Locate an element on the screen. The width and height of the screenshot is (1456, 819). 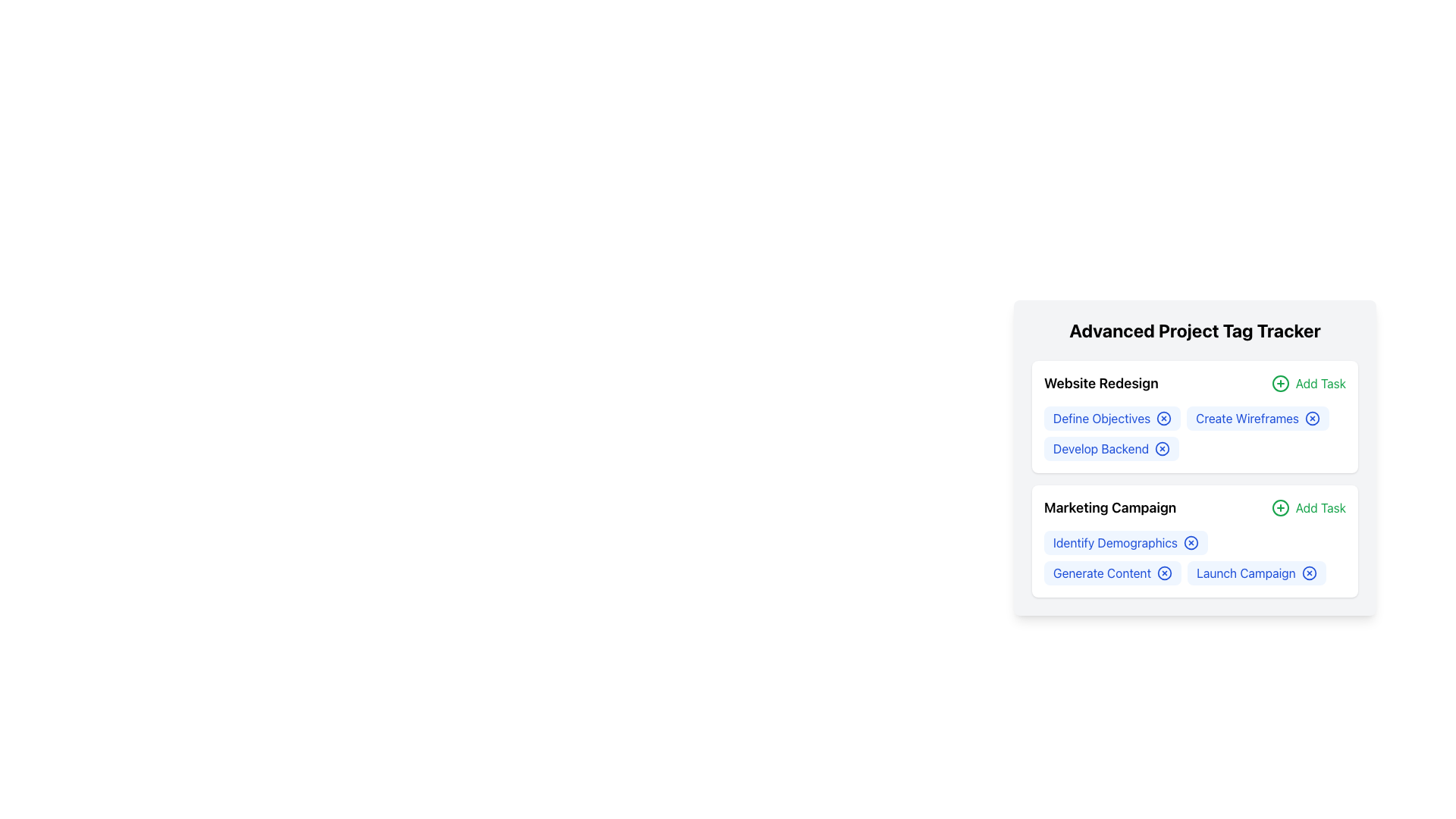
the circular vector shape that represents a close or cancel action, located in the 'Website Redesign' section under the task 'Develop Backend' in the 'Advanced Project Tag Tracker' card is located at coordinates (1162, 447).